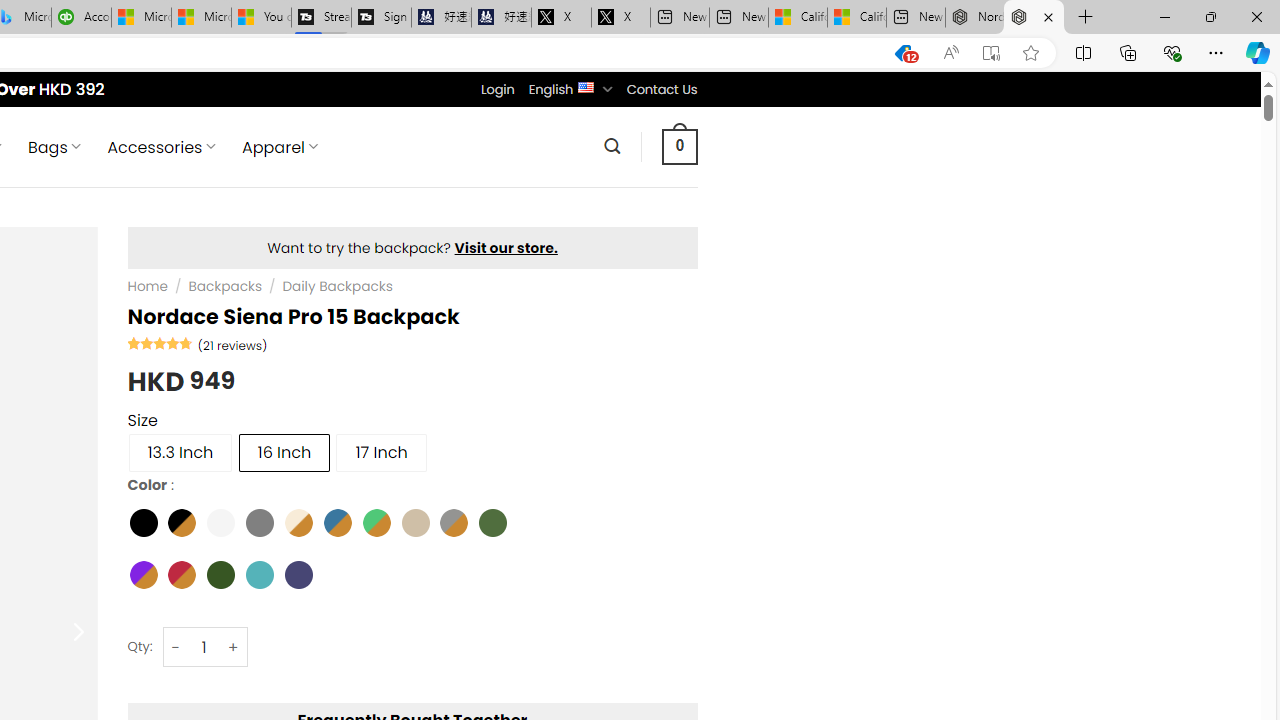 The width and height of the screenshot is (1280, 720). What do you see at coordinates (991, 52) in the screenshot?
I see `'Enter Immersive Reader (F9)'` at bounding box center [991, 52].